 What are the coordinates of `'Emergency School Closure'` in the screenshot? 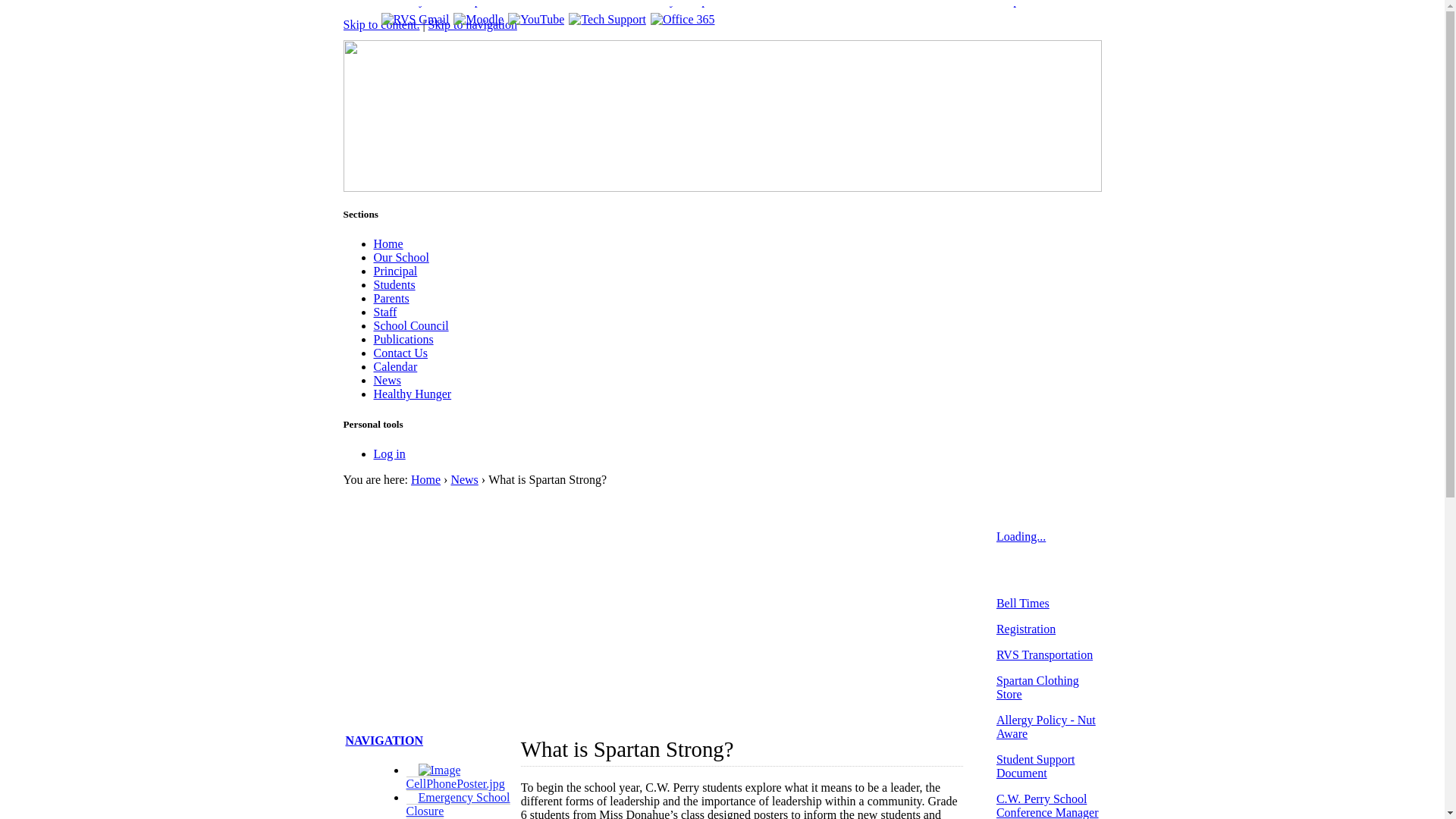 It's located at (406, 803).